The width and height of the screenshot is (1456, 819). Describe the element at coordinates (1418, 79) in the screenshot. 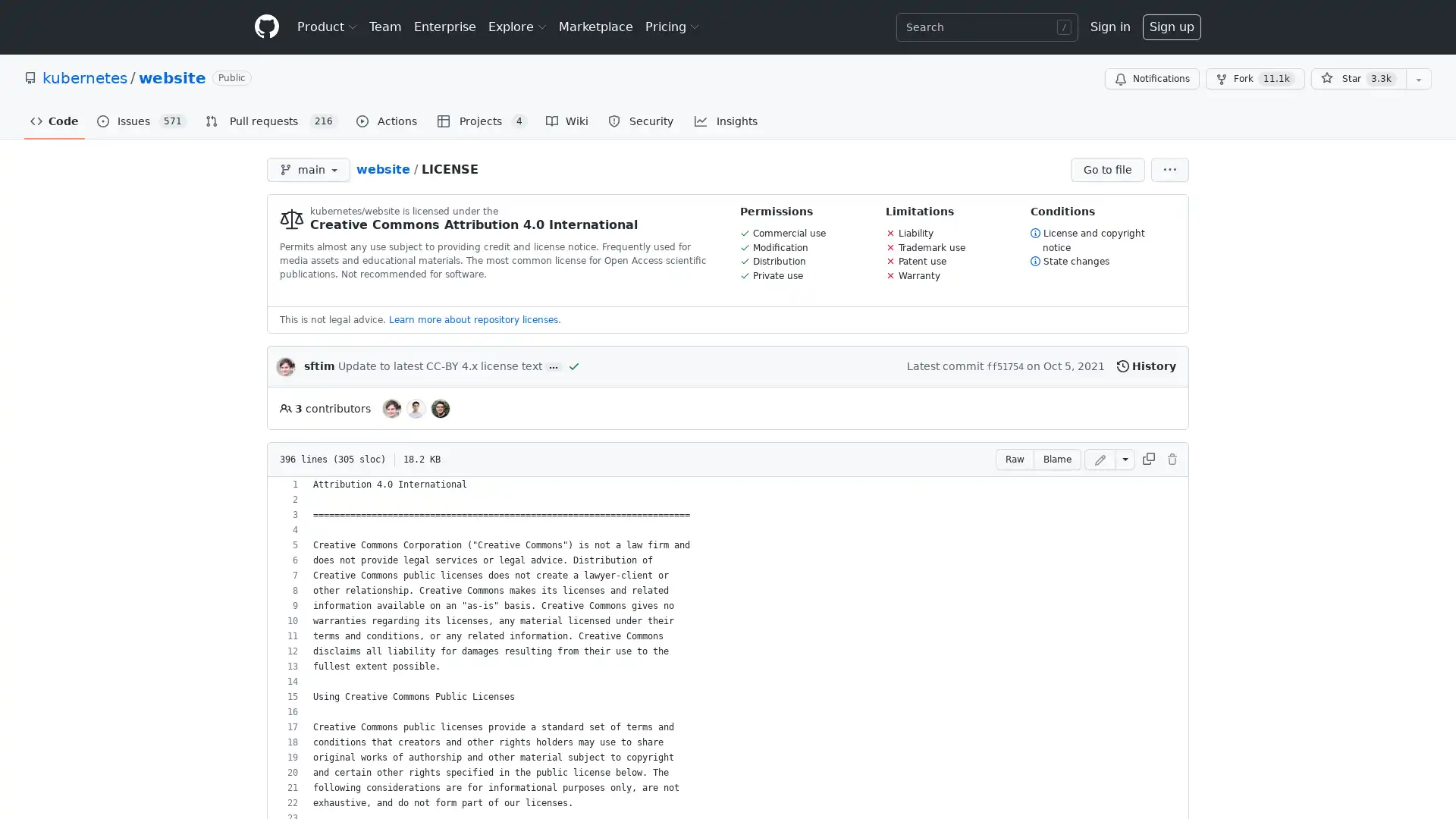

I see `You must be signed in to add this repository to a list` at that location.